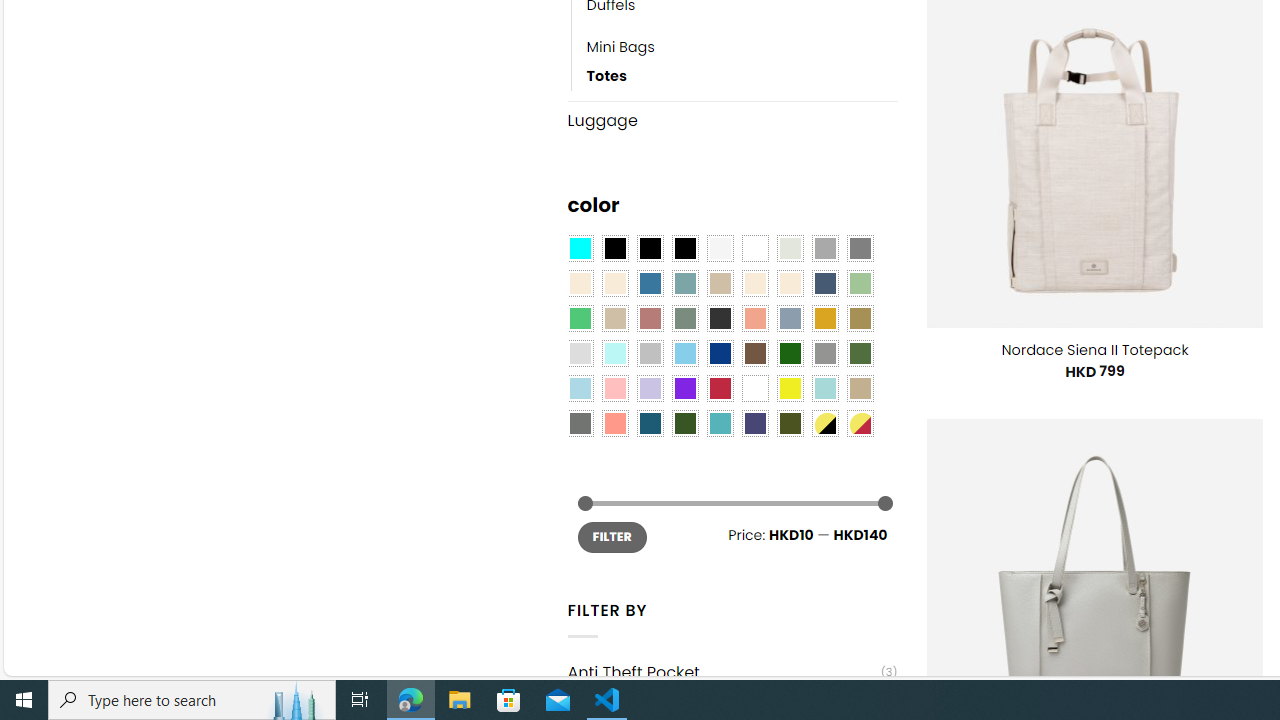 Image resolution: width=1280 pixels, height=720 pixels. Describe the element at coordinates (614, 248) in the screenshot. I see `'All Black'` at that location.